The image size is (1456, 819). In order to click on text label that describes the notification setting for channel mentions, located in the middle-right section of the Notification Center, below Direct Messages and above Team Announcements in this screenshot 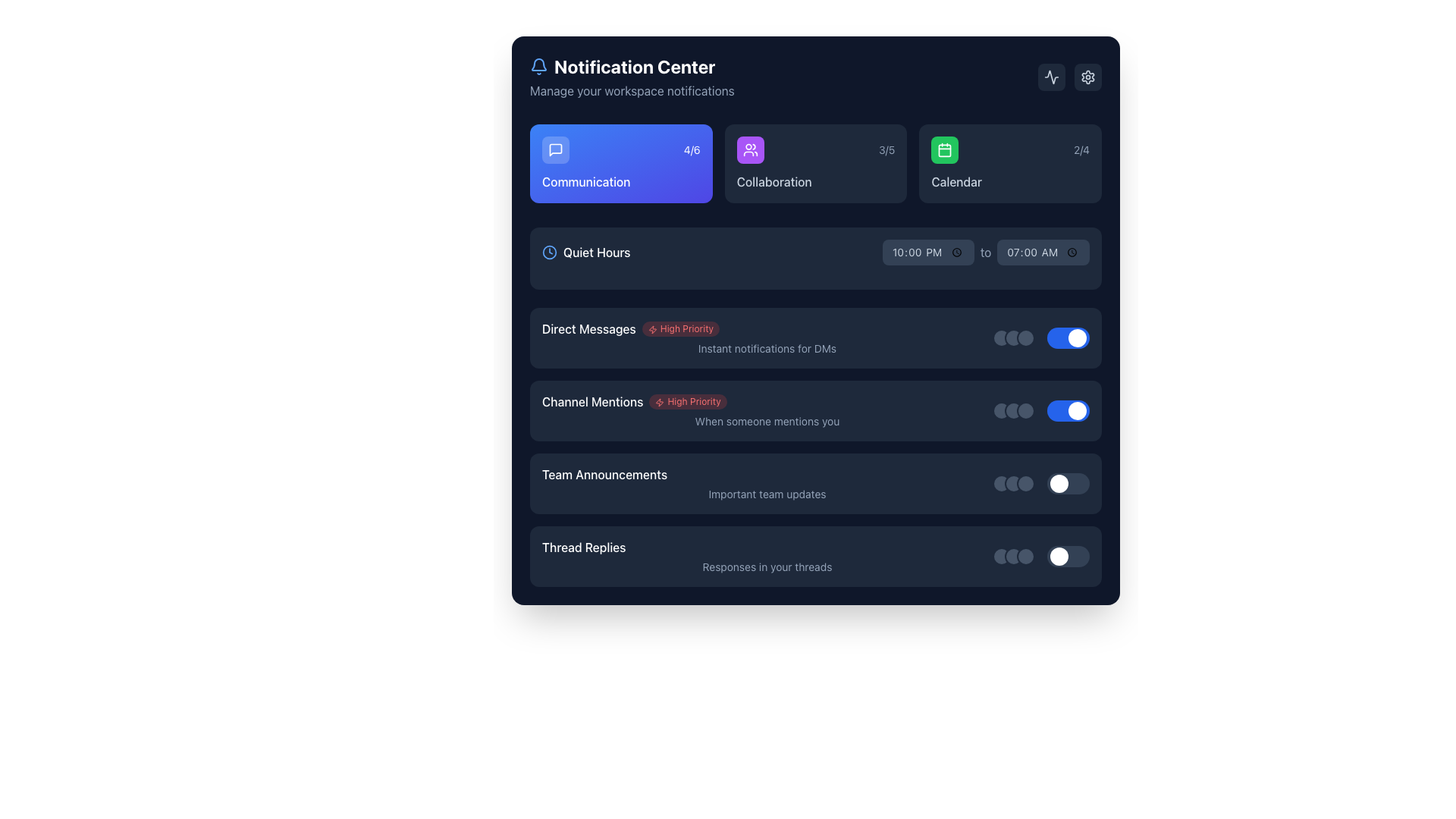, I will do `click(767, 411)`.